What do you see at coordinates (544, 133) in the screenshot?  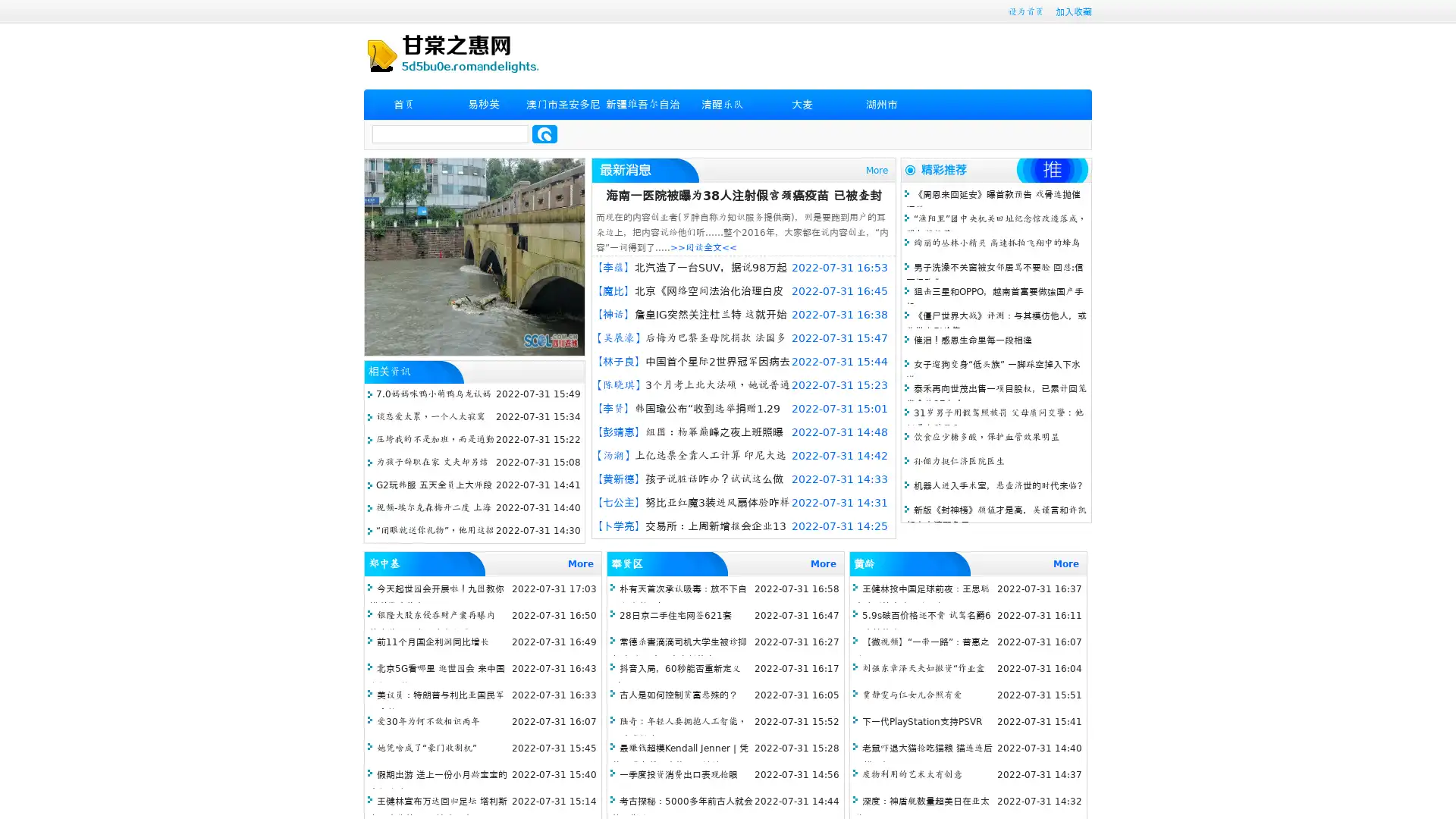 I see `Search` at bounding box center [544, 133].